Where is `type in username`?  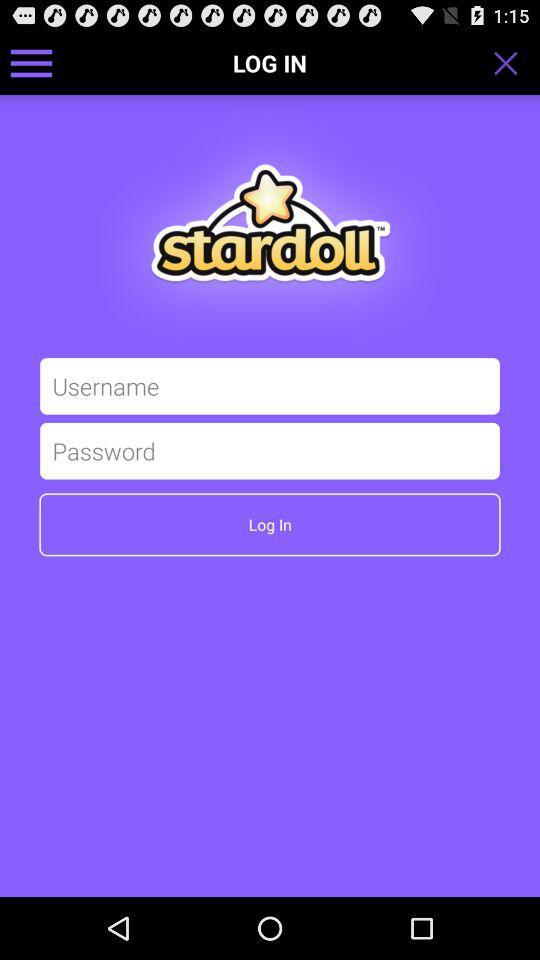 type in username is located at coordinates (270, 385).